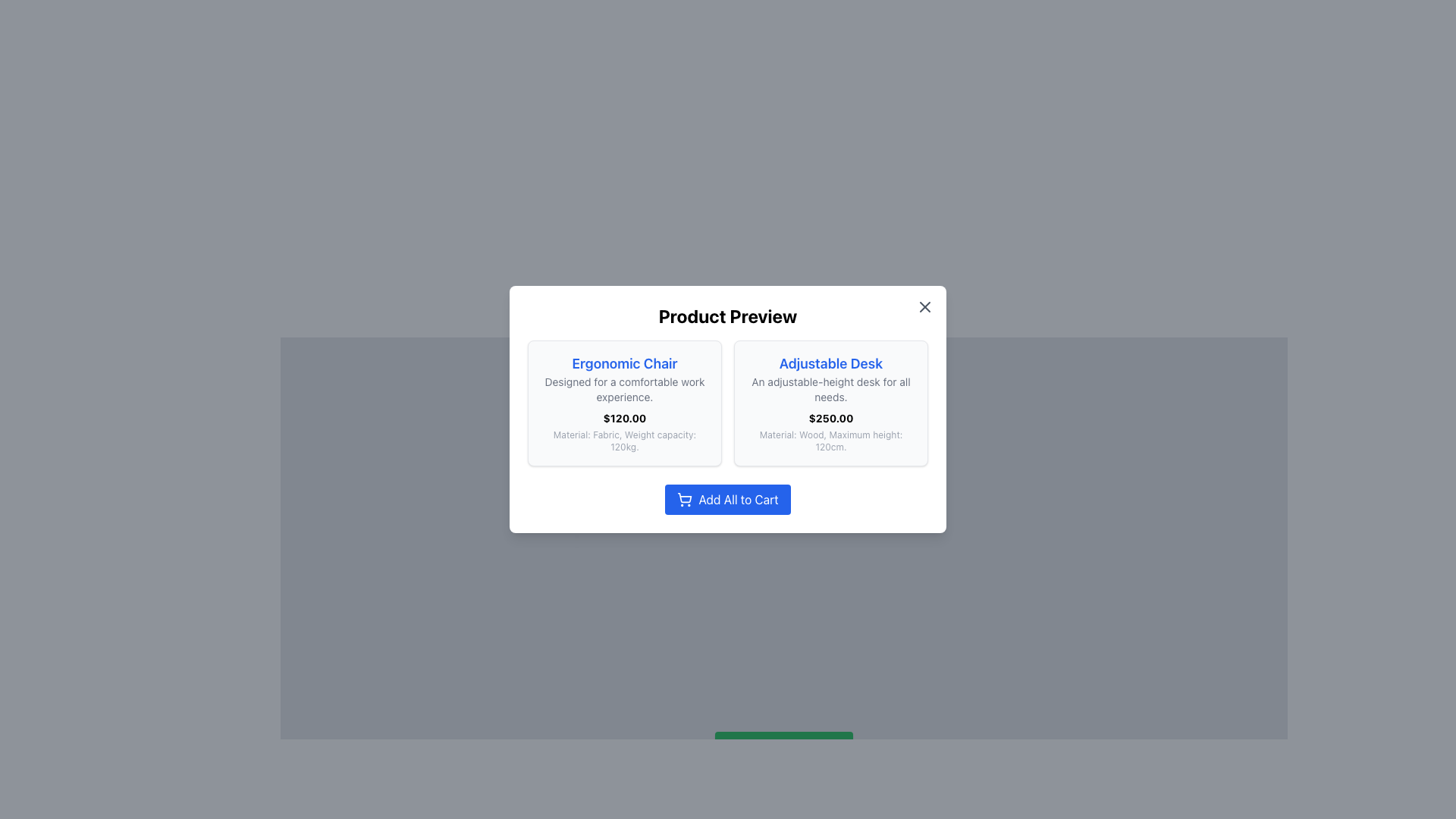 The width and height of the screenshot is (1456, 819). I want to click on the cross icon button located at the top-right corner of the product preview dialog, so click(924, 307).